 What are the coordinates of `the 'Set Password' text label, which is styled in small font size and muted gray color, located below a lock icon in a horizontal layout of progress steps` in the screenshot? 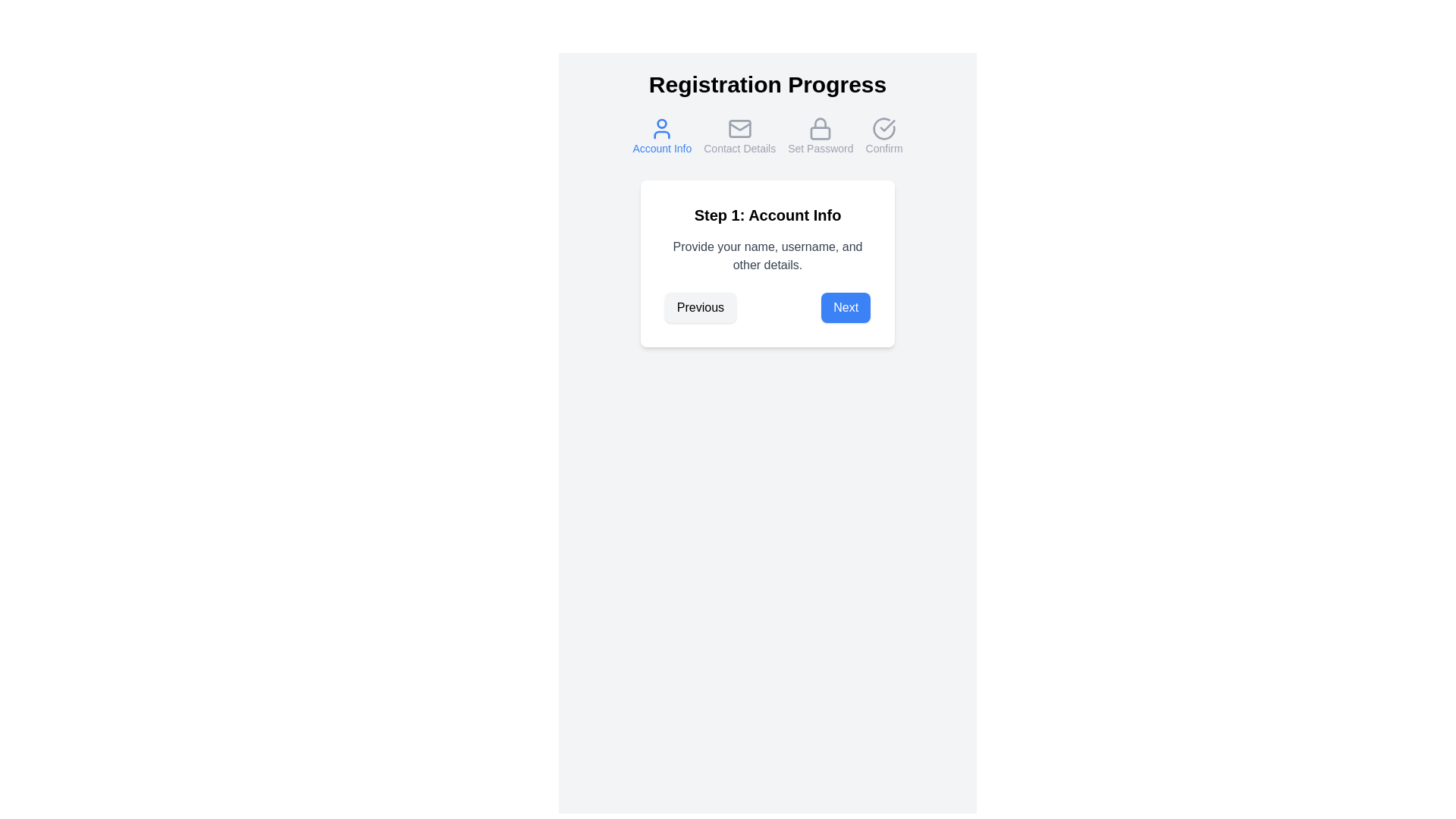 It's located at (820, 149).